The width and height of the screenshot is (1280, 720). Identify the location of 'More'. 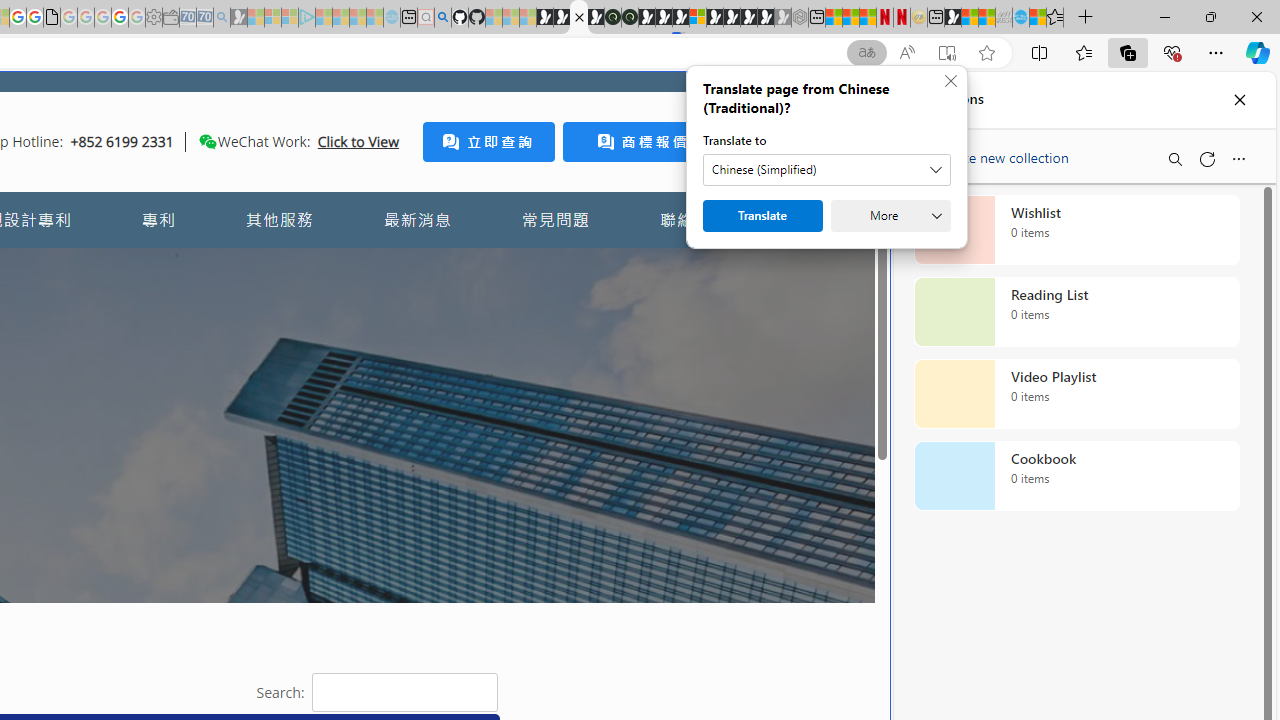
(889, 216).